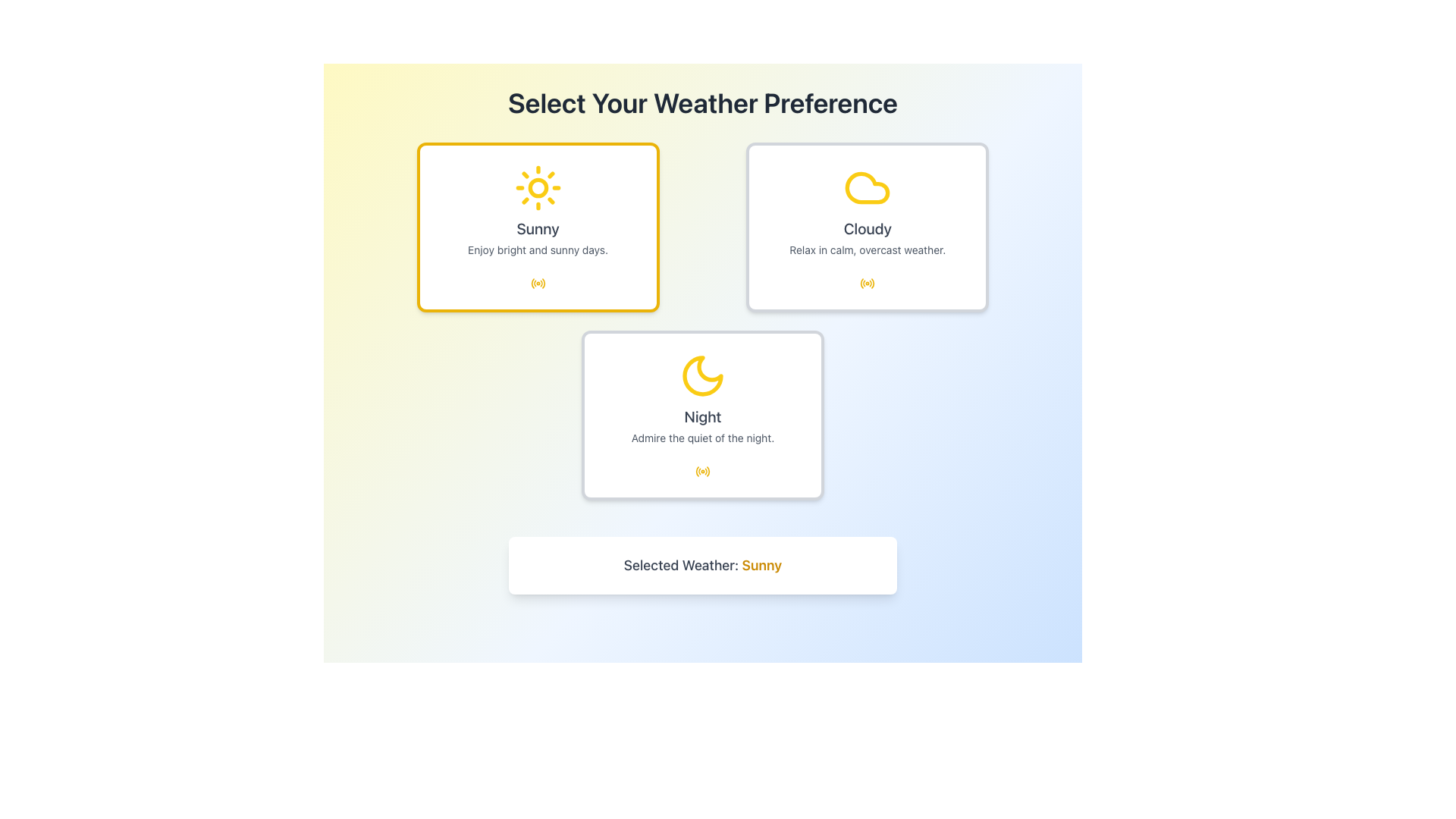 Image resolution: width=1456 pixels, height=819 pixels. Describe the element at coordinates (868, 187) in the screenshot. I see `the yellow stroke line-based cloud icon located above the 'Cloudy' text label in the top-right weather preference card` at that location.